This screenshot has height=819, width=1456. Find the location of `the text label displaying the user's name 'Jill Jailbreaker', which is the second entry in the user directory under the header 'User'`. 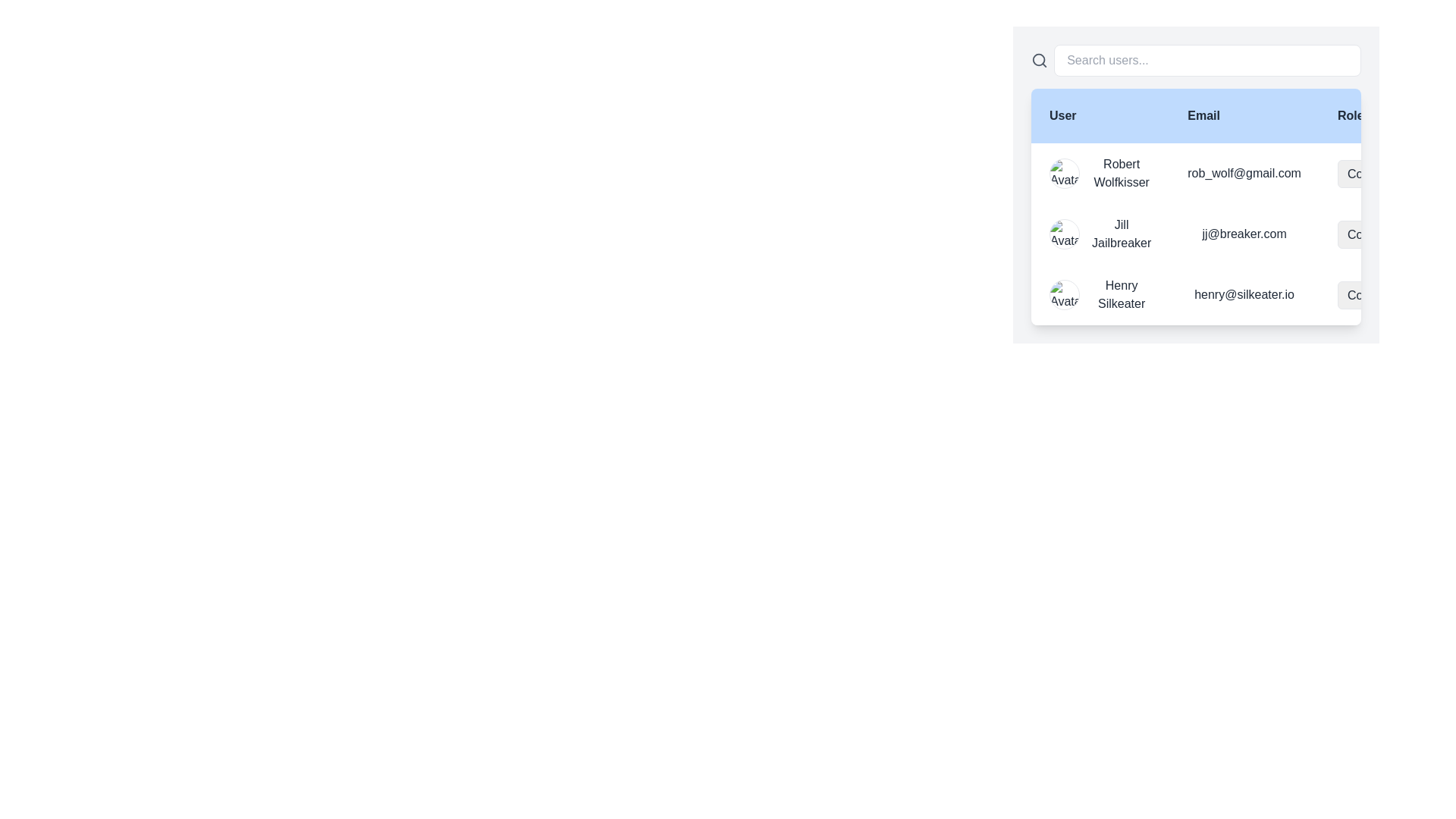

the text label displaying the user's name 'Jill Jailbreaker', which is the second entry in the user directory under the header 'User' is located at coordinates (1122, 234).